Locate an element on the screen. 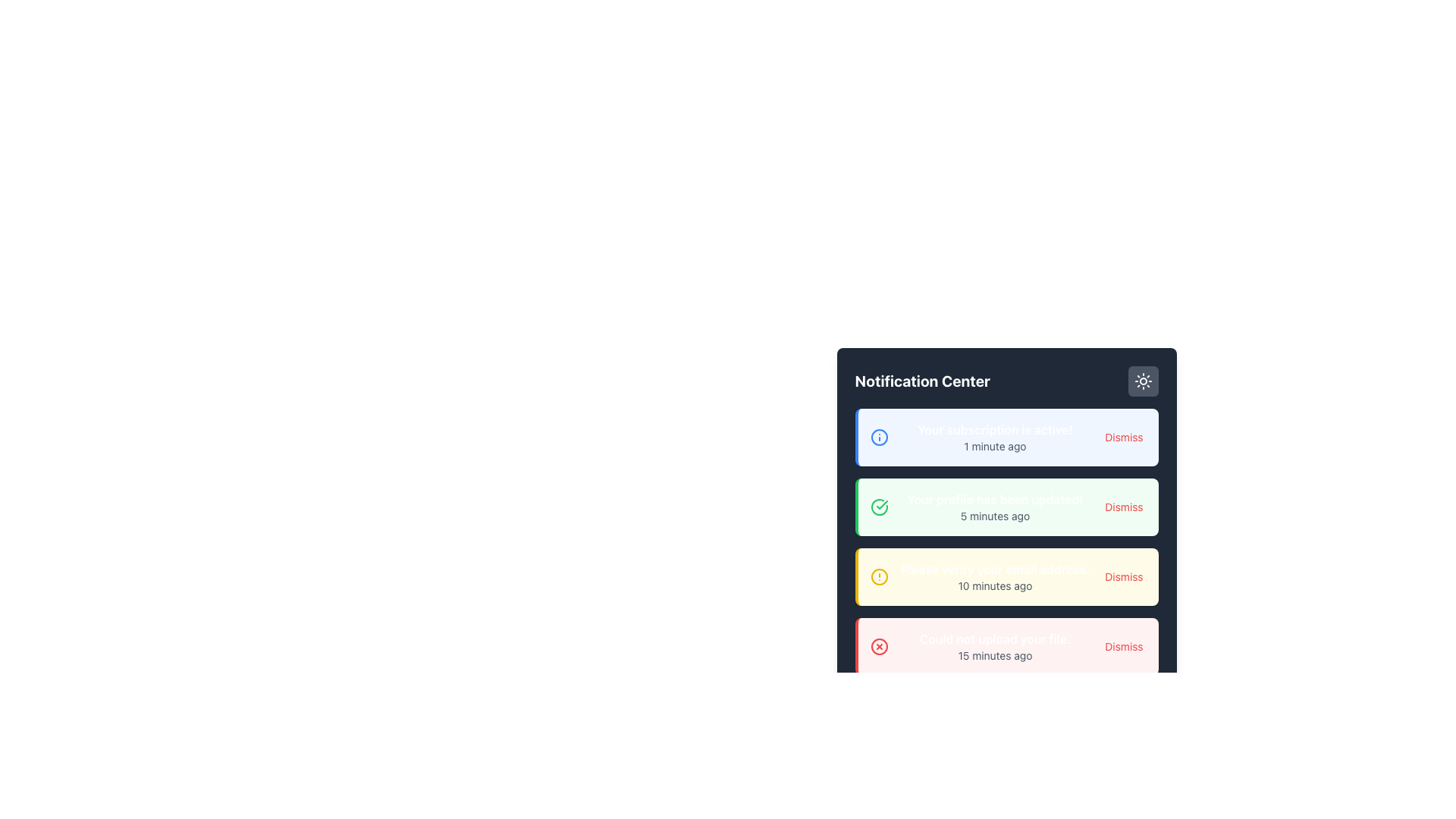  the 'Dismiss' button on the third notification card with a yellow background in the Notification Center is located at coordinates (1006, 576).